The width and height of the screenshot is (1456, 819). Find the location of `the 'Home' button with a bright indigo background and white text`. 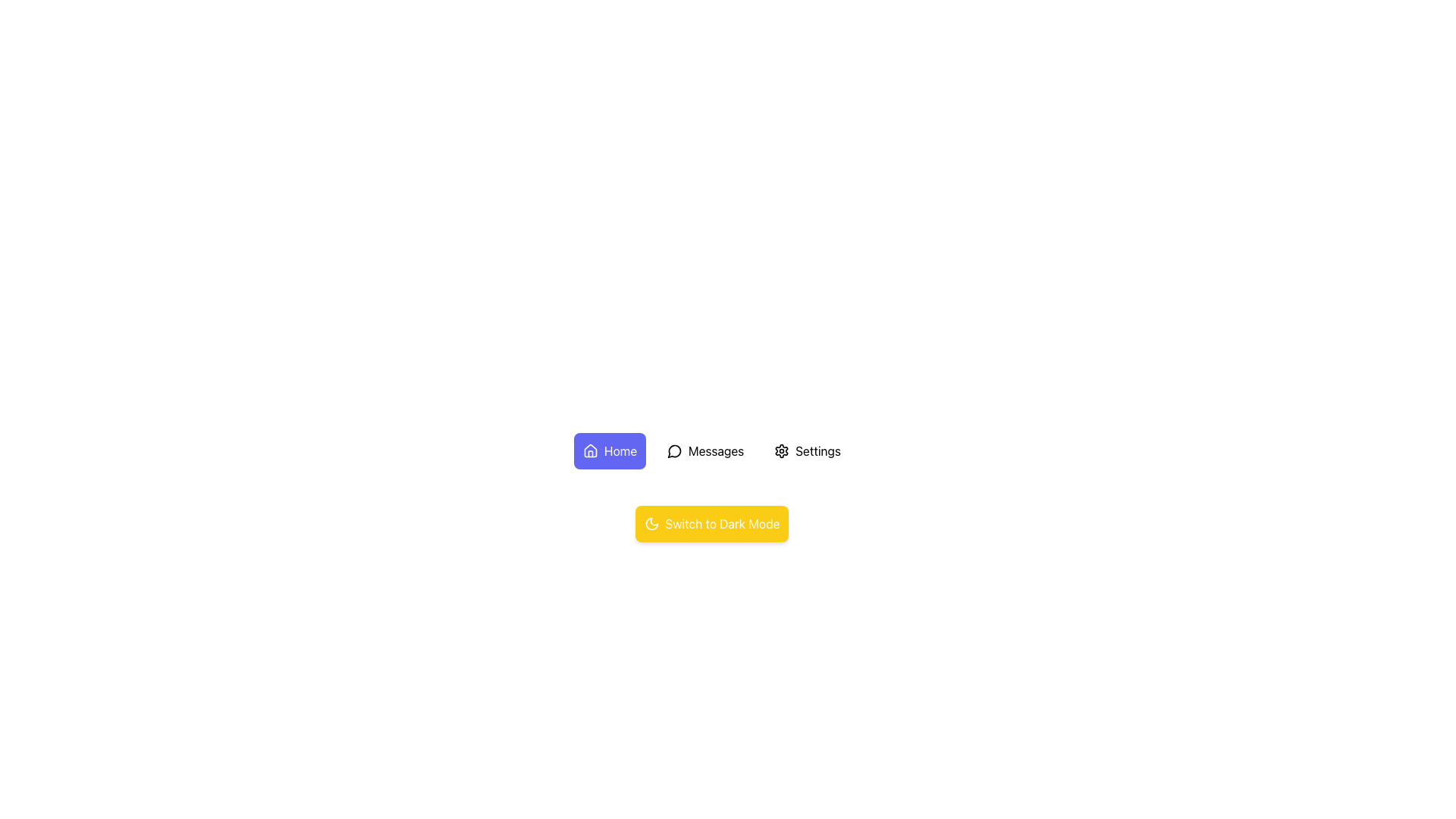

the 'Home' button with a bright indigo background and white text is located at coordinates (610, 450).